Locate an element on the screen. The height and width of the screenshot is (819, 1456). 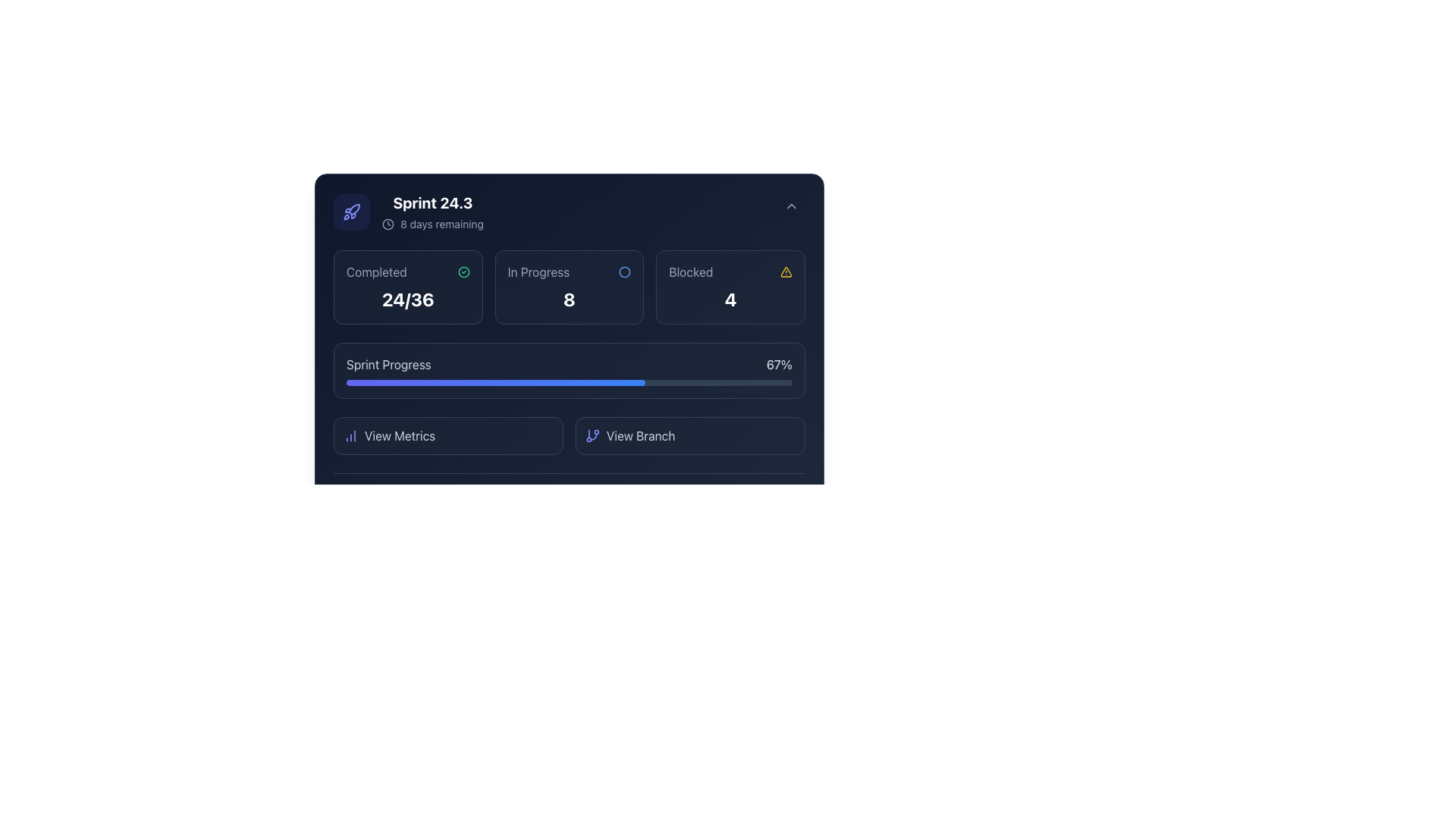
the decorative circular SVG element indicating completion status, located adjacent to the text 'Completed' is located at coordinates (463, 271).